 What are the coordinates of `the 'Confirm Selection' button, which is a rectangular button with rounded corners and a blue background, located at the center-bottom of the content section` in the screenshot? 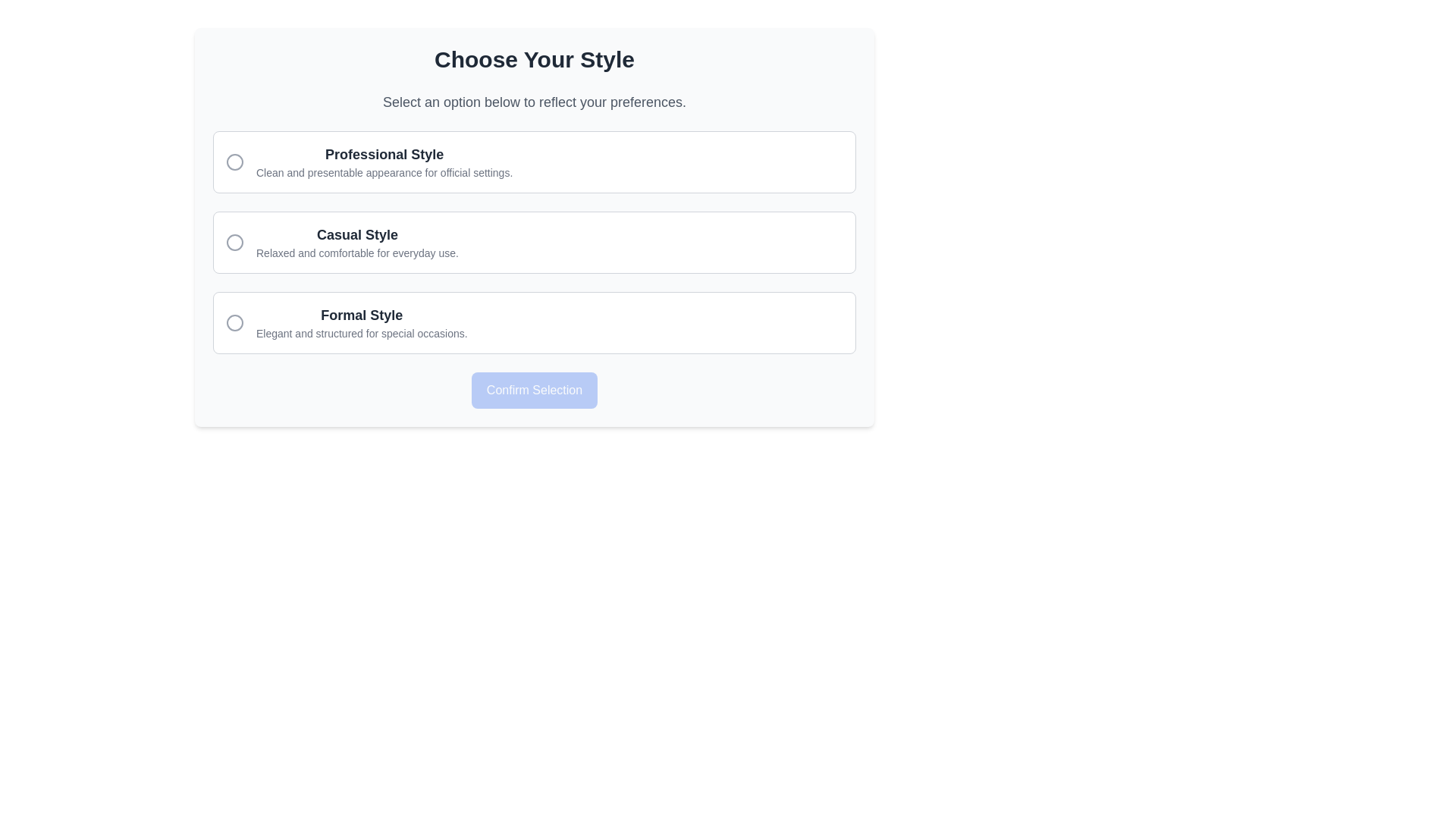 It's located at (535, 390).